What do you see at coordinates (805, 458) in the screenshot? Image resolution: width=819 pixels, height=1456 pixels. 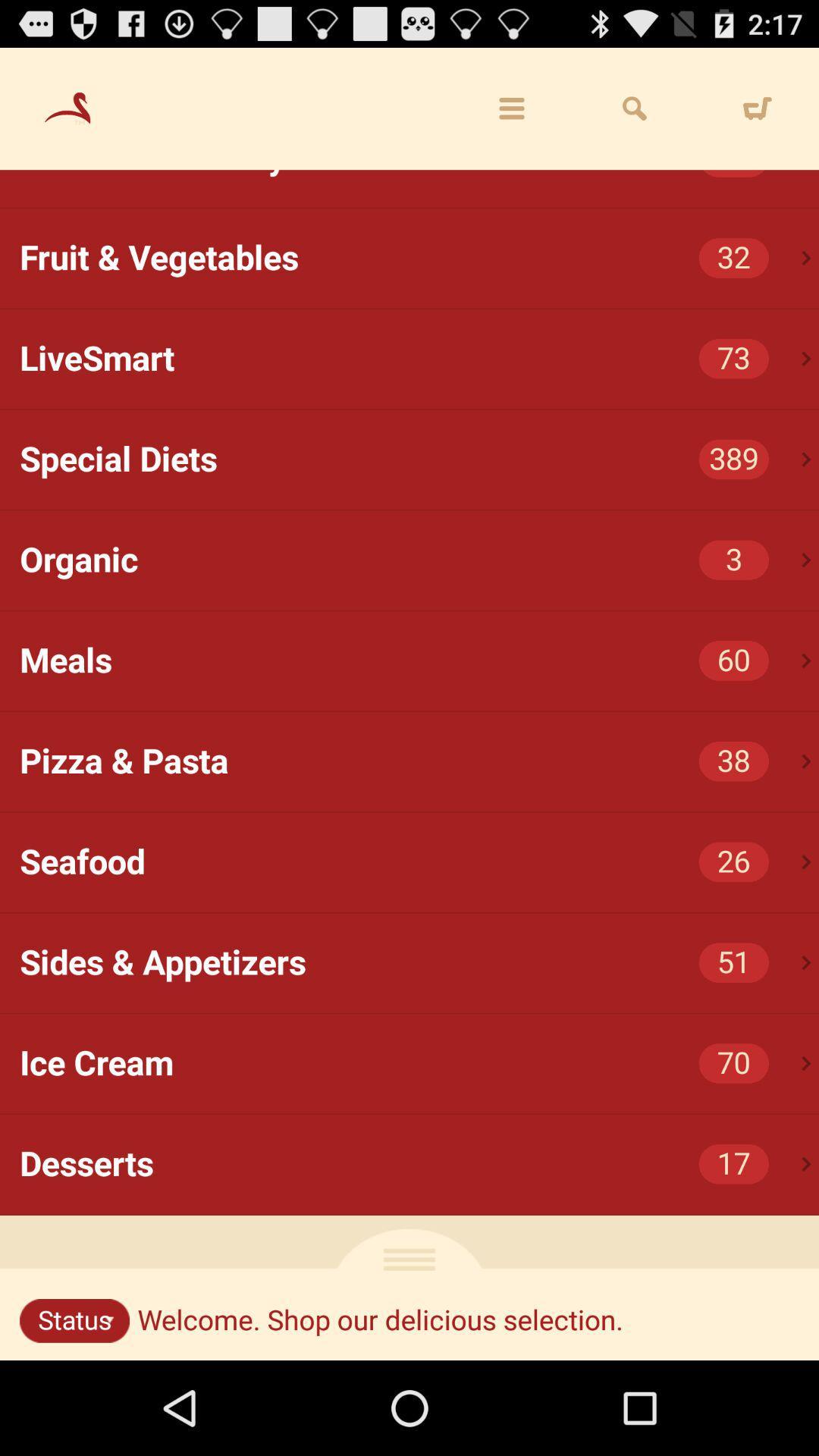 I see `the icon above organic icon` at bounding box center [805, 458].